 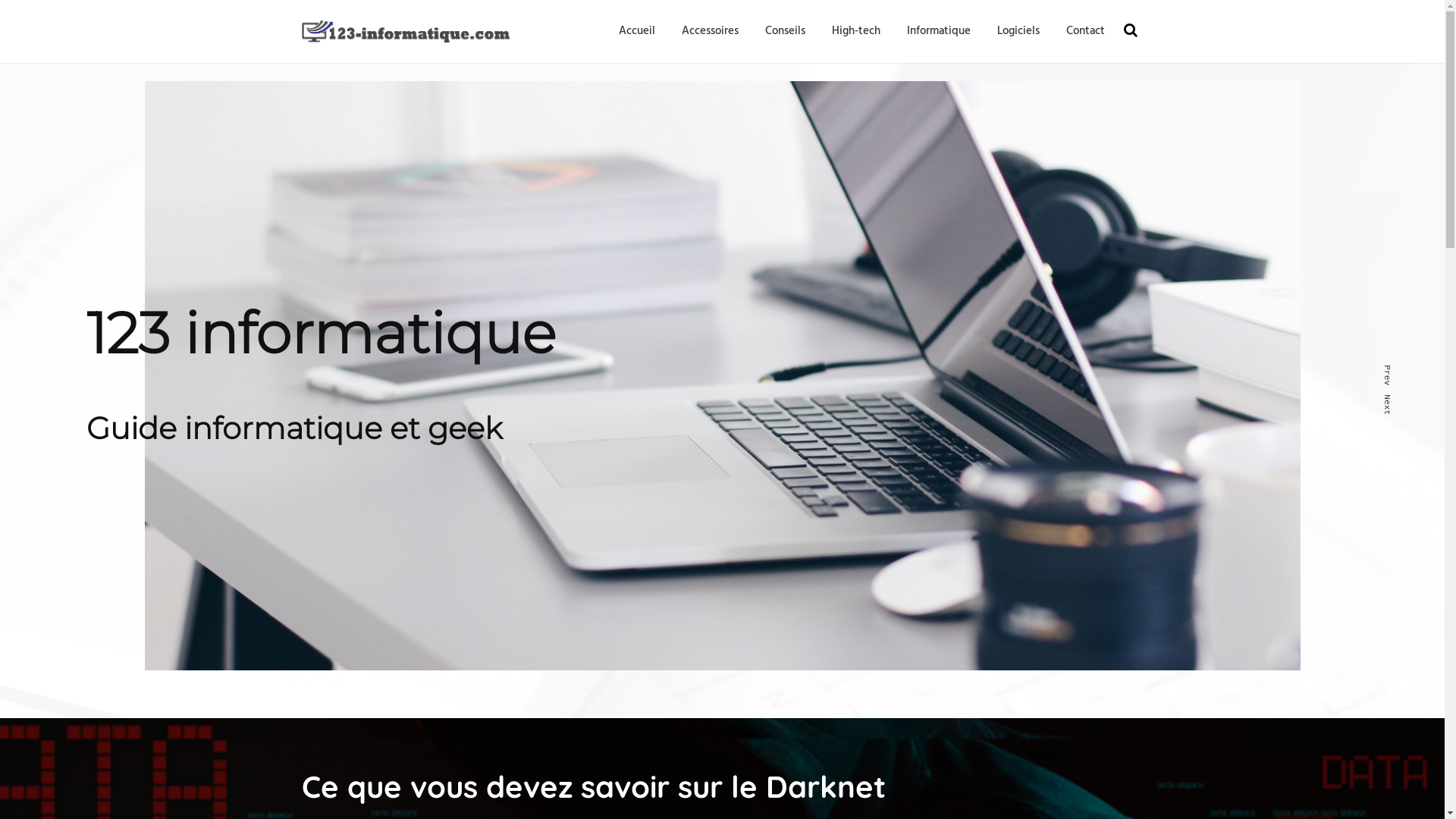 I want to click on 'Conseils', so click(x=784, y=31).